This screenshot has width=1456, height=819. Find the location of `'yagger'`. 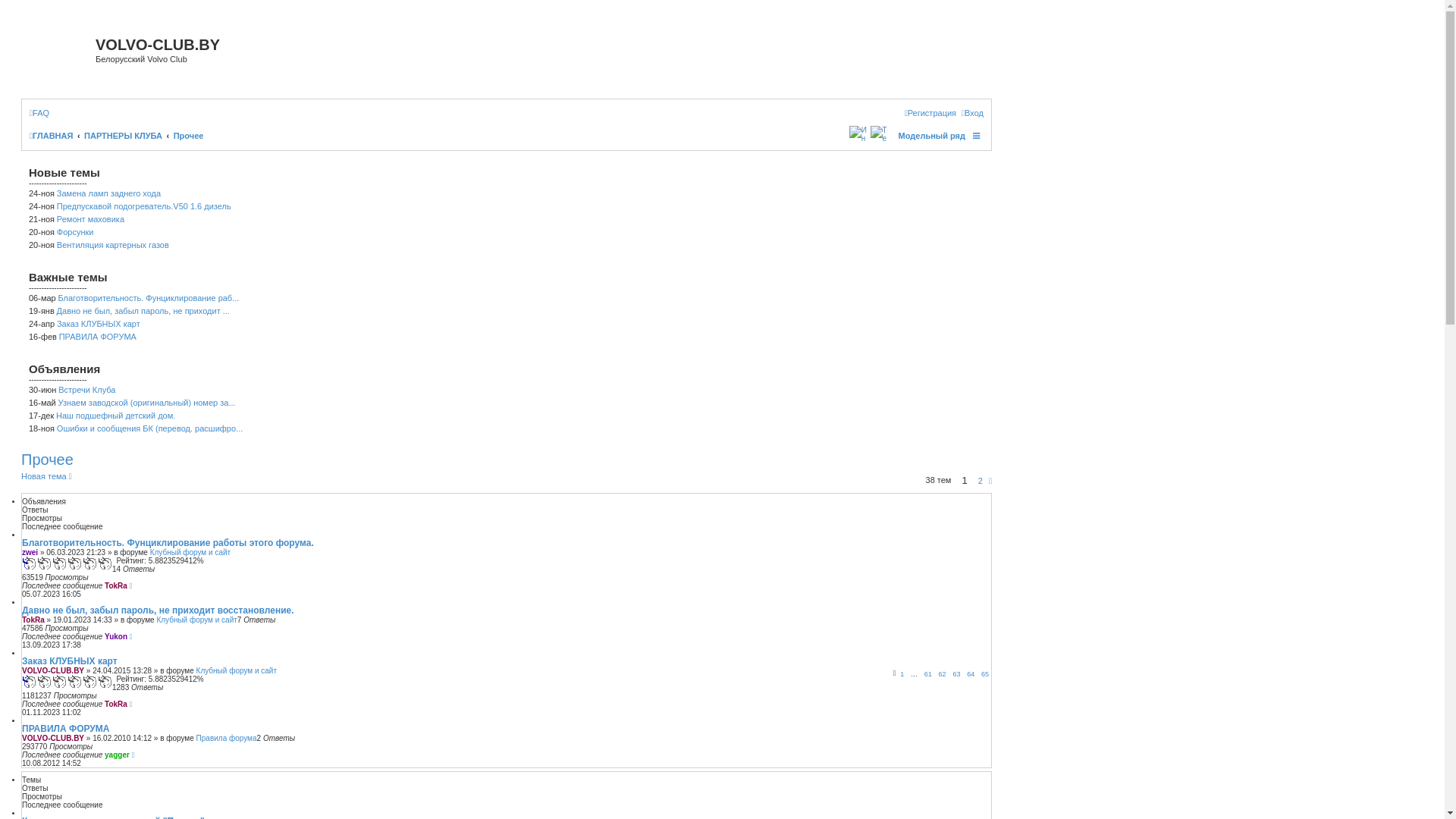

'yagger' is located at coordinates (116, 755).